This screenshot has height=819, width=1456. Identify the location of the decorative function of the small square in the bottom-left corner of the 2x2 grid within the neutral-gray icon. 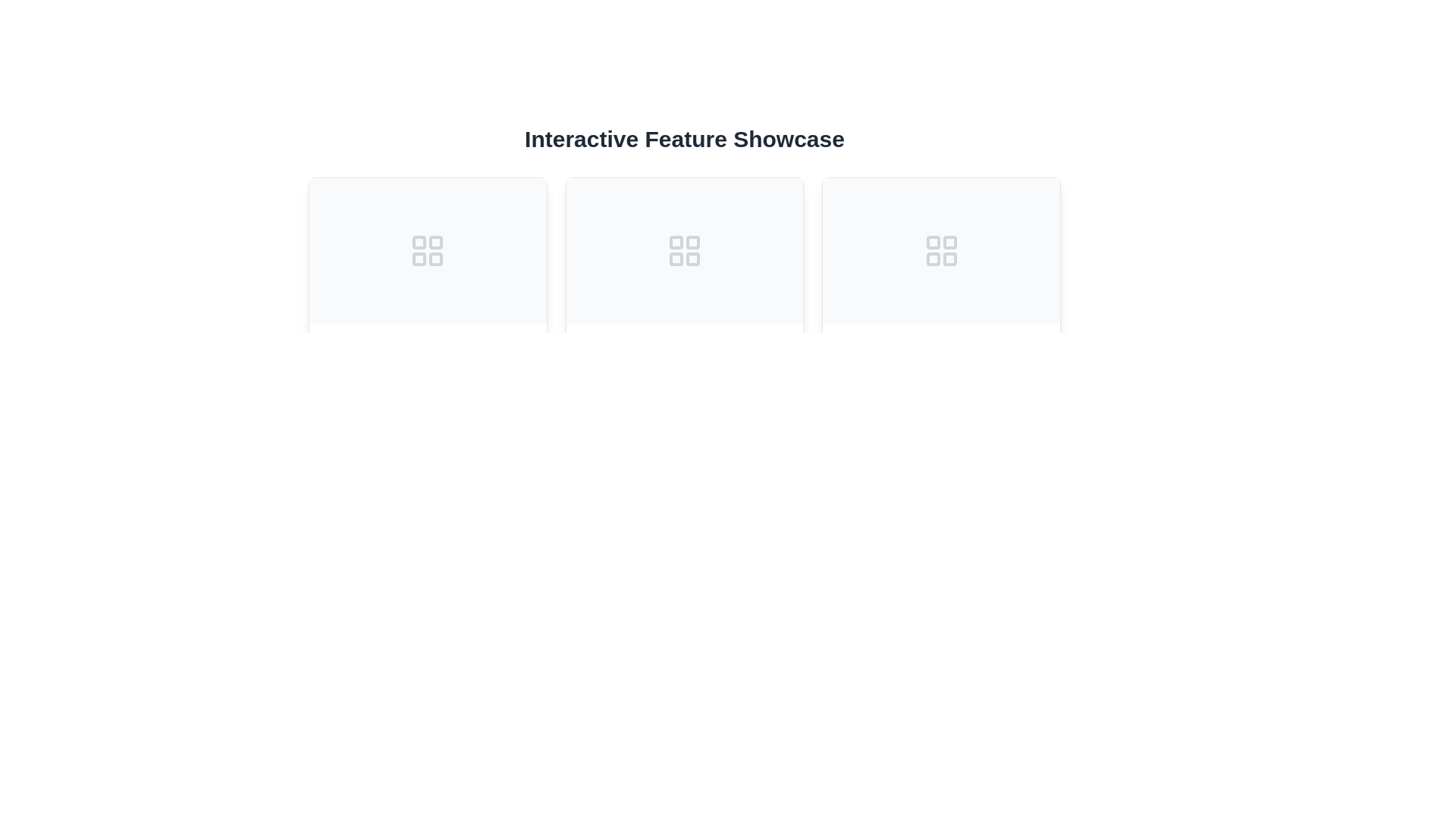
(676, 259).